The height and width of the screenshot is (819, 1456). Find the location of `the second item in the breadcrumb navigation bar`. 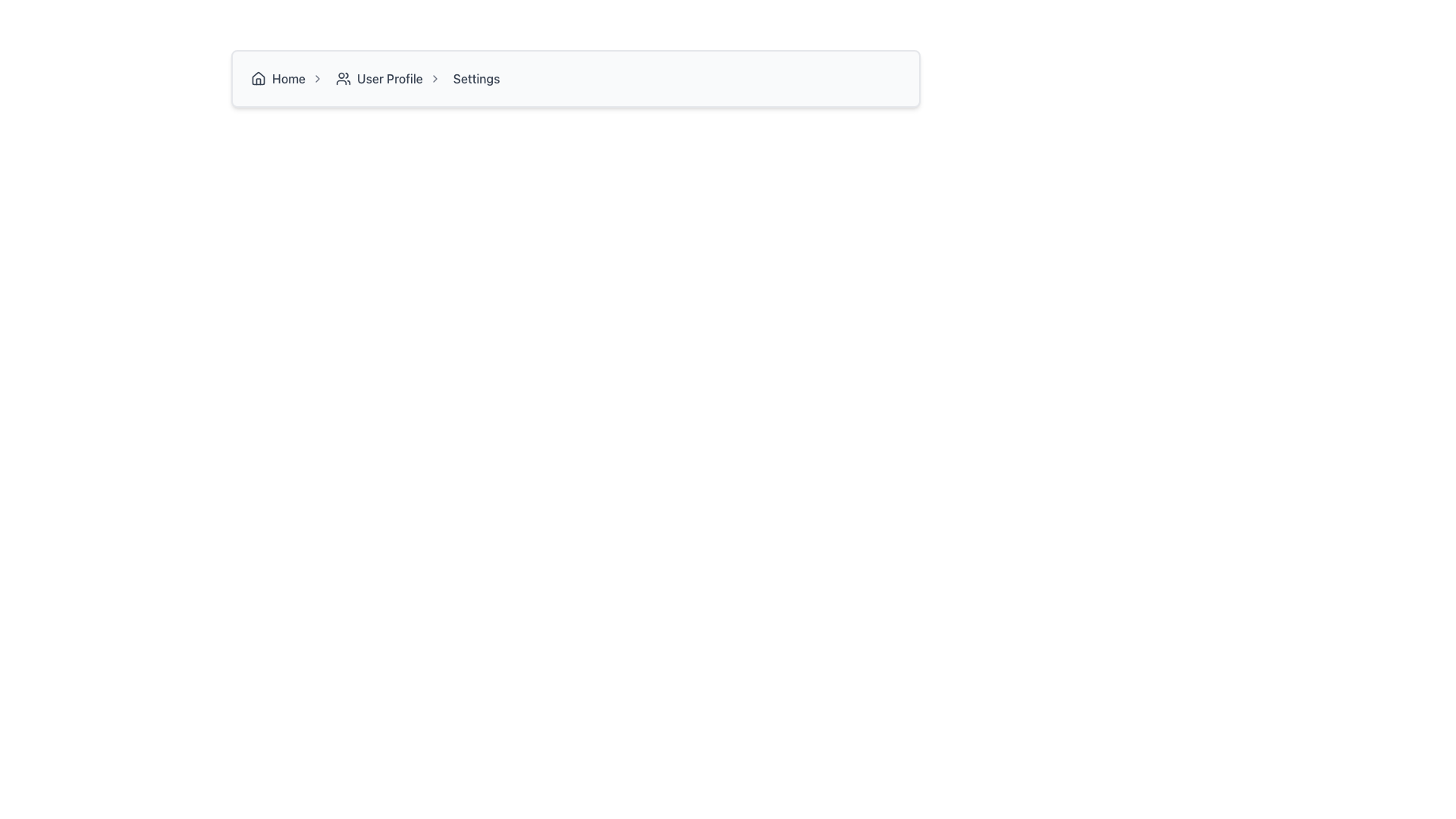

the second item in the breadcrumb navigation bar is located at coordinates (388, 79).